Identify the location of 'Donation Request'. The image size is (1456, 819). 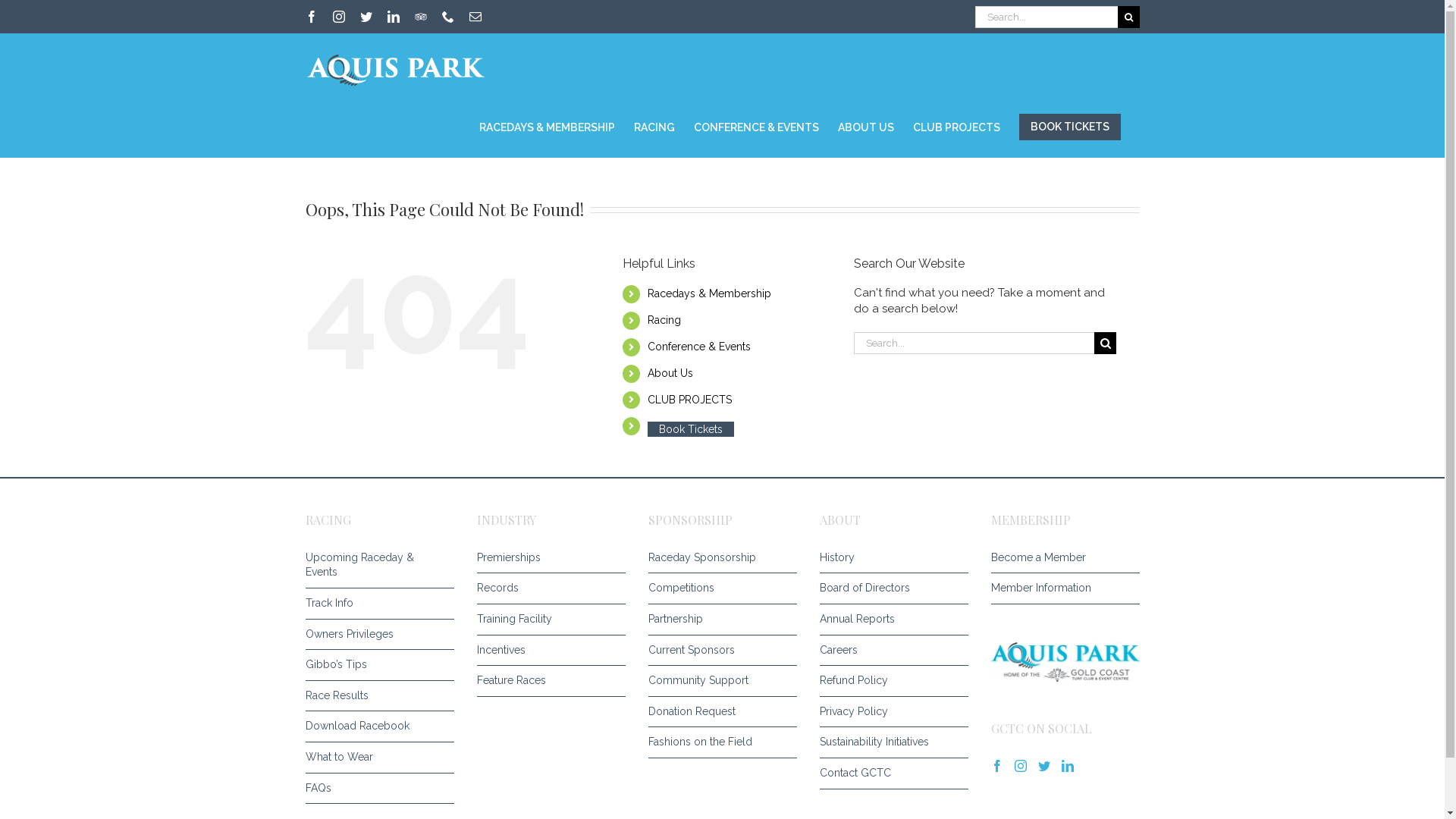
(717, 711).